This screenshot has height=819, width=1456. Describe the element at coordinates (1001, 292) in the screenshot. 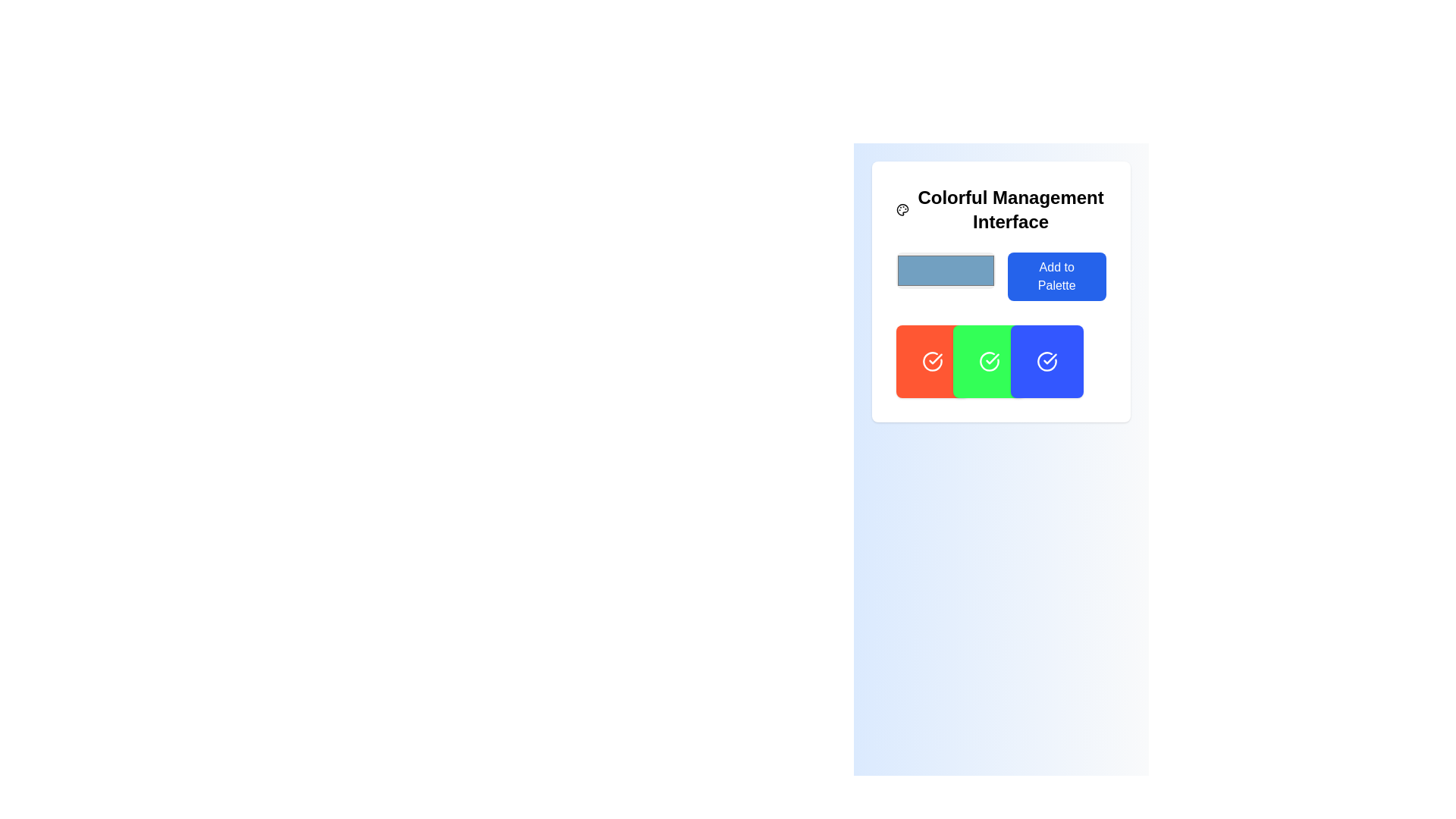

I see `colors within the color management interface for reorganization, specifically targeting the color previews arranged horizontally at the bottom of the section` at that location.